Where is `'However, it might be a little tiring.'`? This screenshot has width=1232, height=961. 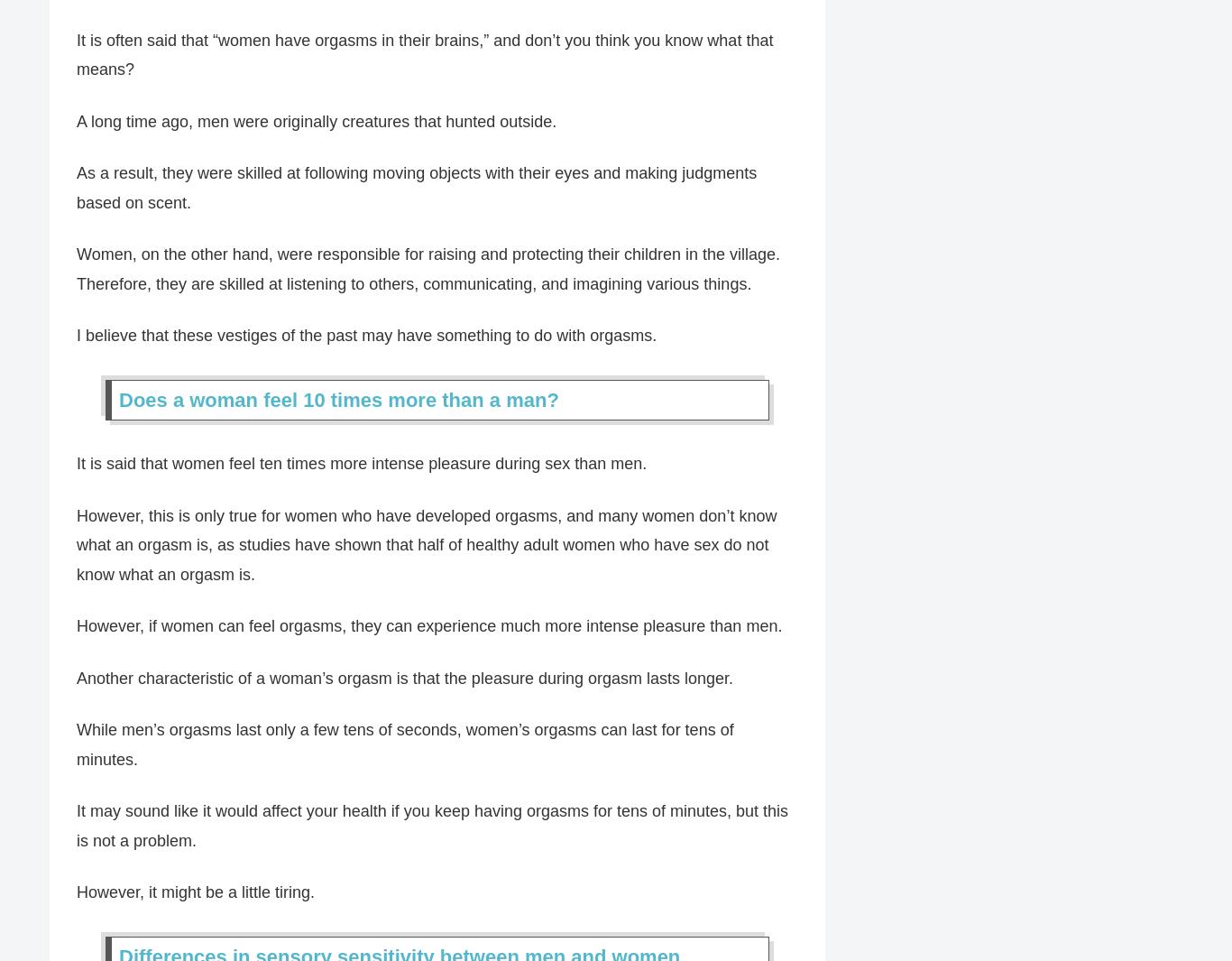
'However, it might be a little tiring.' is located at coordinates (195, 893).